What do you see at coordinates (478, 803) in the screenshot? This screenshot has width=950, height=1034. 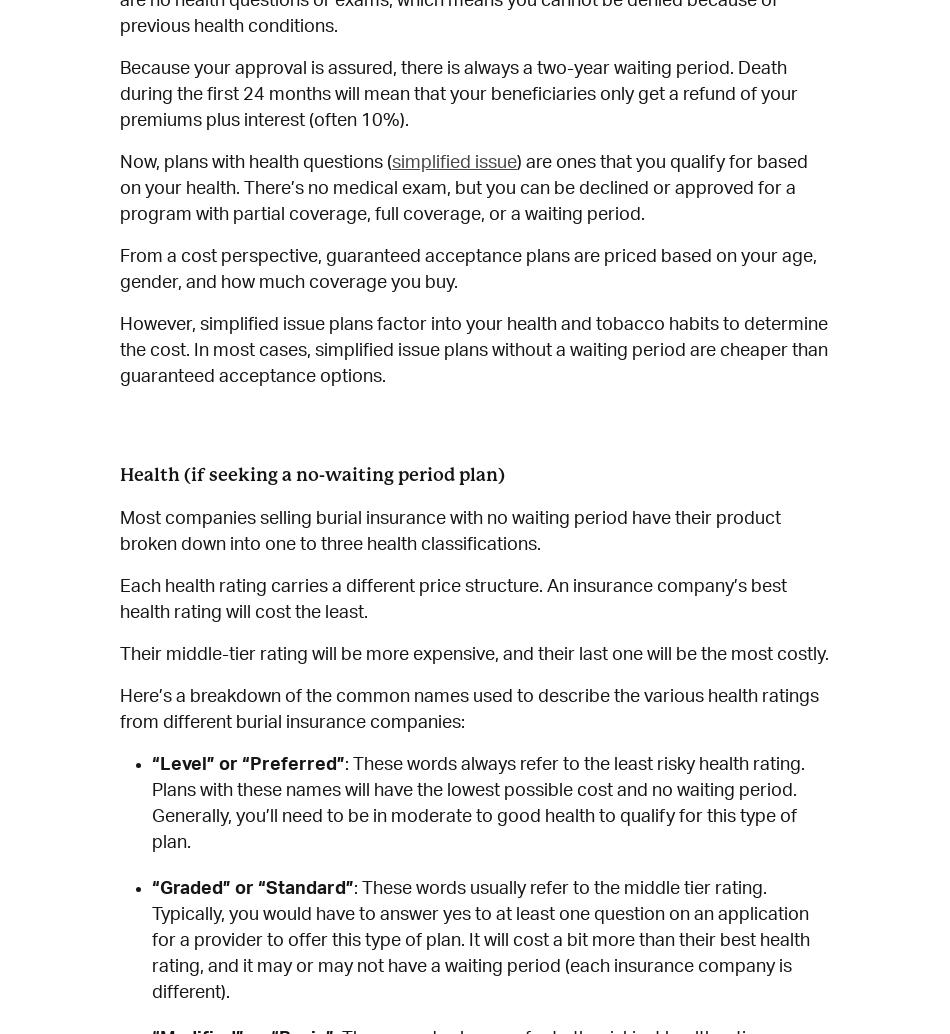 I see `': These words always refer to the least risky health rating. Plans with these names will have the lowest possible cost and no waiting period. Generally, you’ll need to be in moderate to good health to qualify for this type of plan.'` at bounding box center [478, 803].